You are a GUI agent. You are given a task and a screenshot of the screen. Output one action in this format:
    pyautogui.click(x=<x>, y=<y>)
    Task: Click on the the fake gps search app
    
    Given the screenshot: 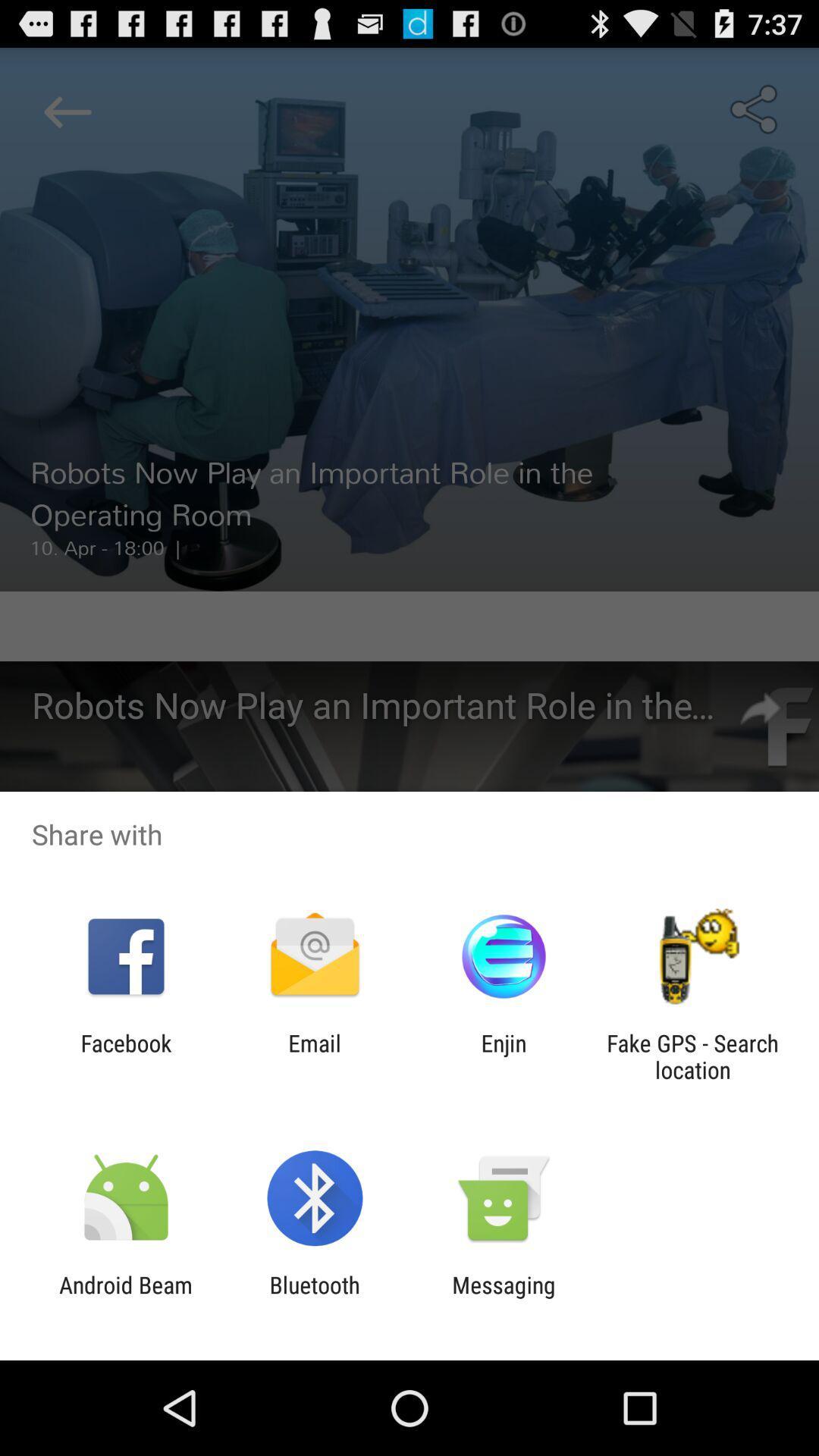 What is the action you would take?
    pyautogui.click(x=692, y=1056)
    